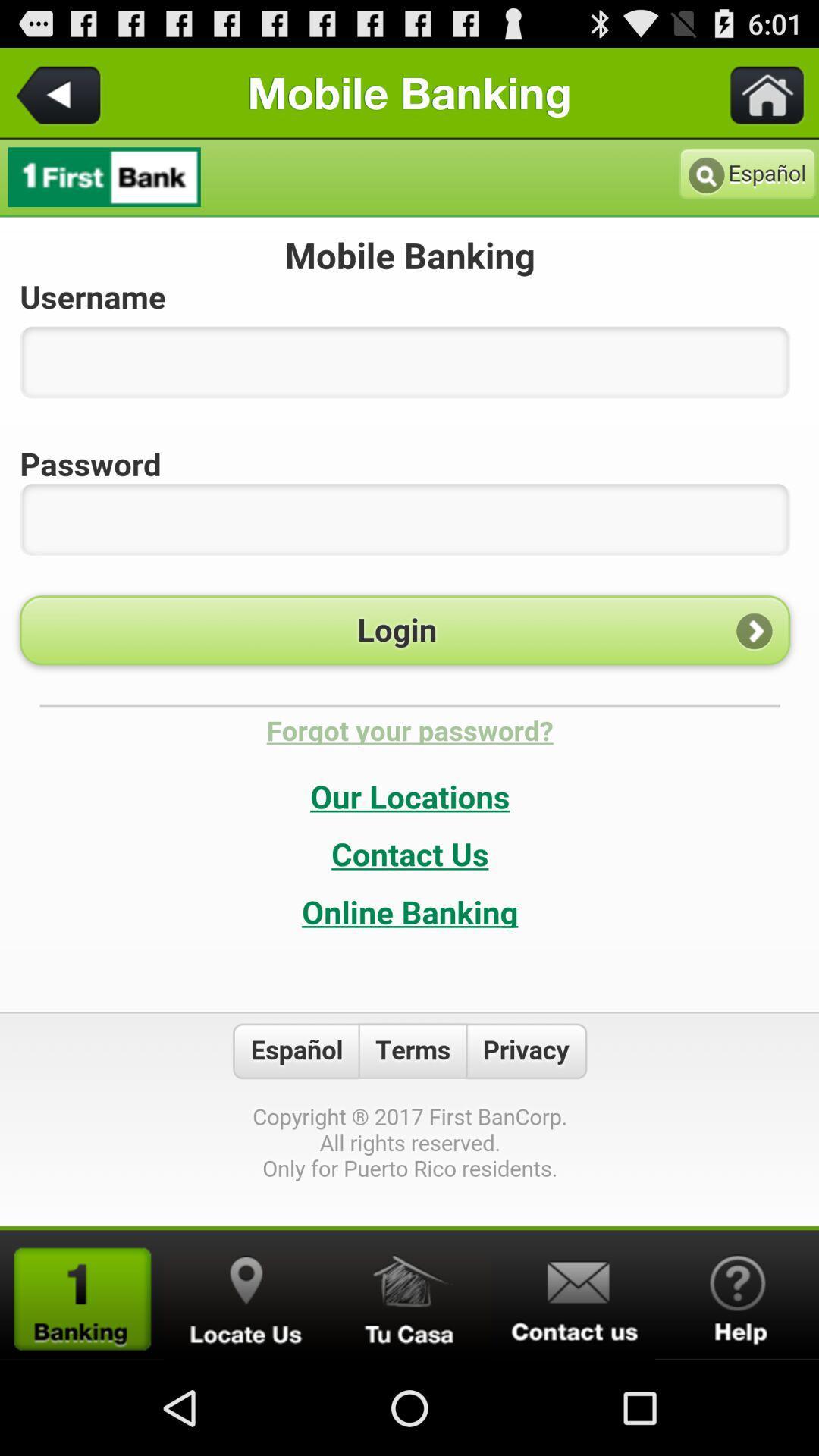 The width and height of the screenshot is (819, 1456). Describe the element at coordinates (573, 1294) in the screenshot. I see `send message` at that location.